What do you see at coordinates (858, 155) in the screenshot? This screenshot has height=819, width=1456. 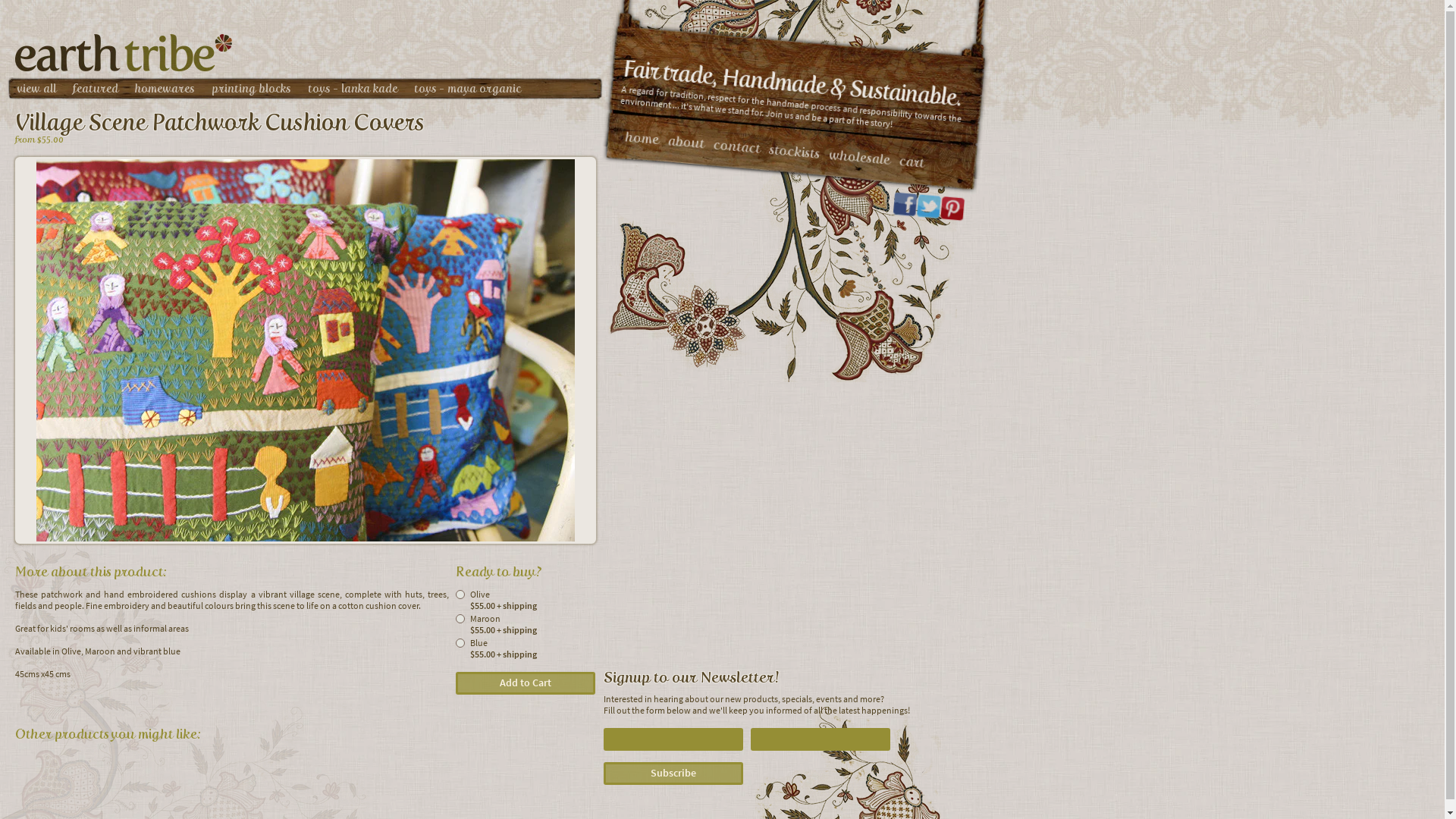 I see `'wholesale'` at bounding box center [858, 155].